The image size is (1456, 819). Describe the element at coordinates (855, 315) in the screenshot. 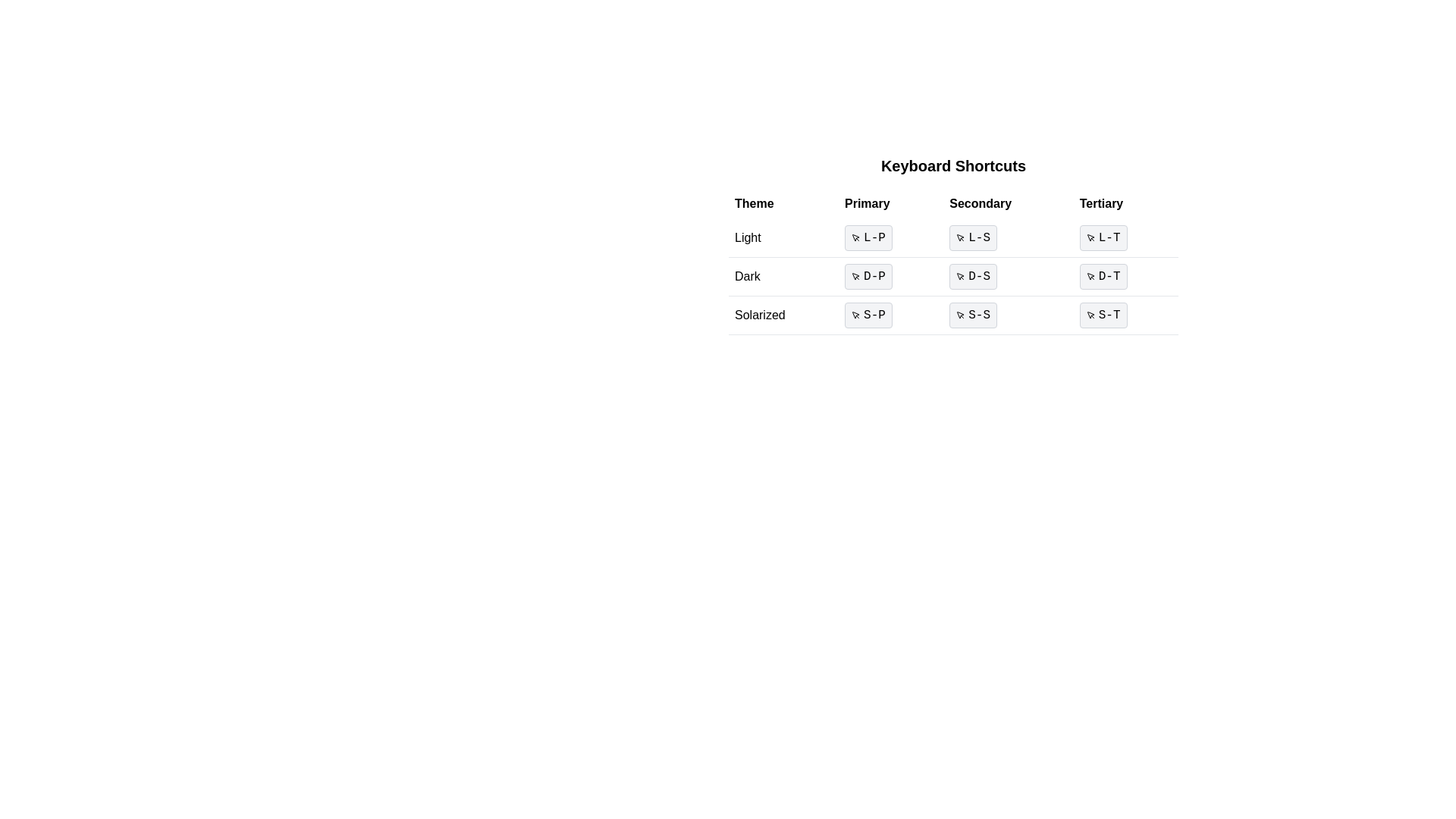

I see `the compact SVG icon representing a mouse pointer, located in the upper-left corner of the button labeled 'S-P' in the 'Primary' column of the 'Solarized' row in the keyboard shortcuts table` at that location.